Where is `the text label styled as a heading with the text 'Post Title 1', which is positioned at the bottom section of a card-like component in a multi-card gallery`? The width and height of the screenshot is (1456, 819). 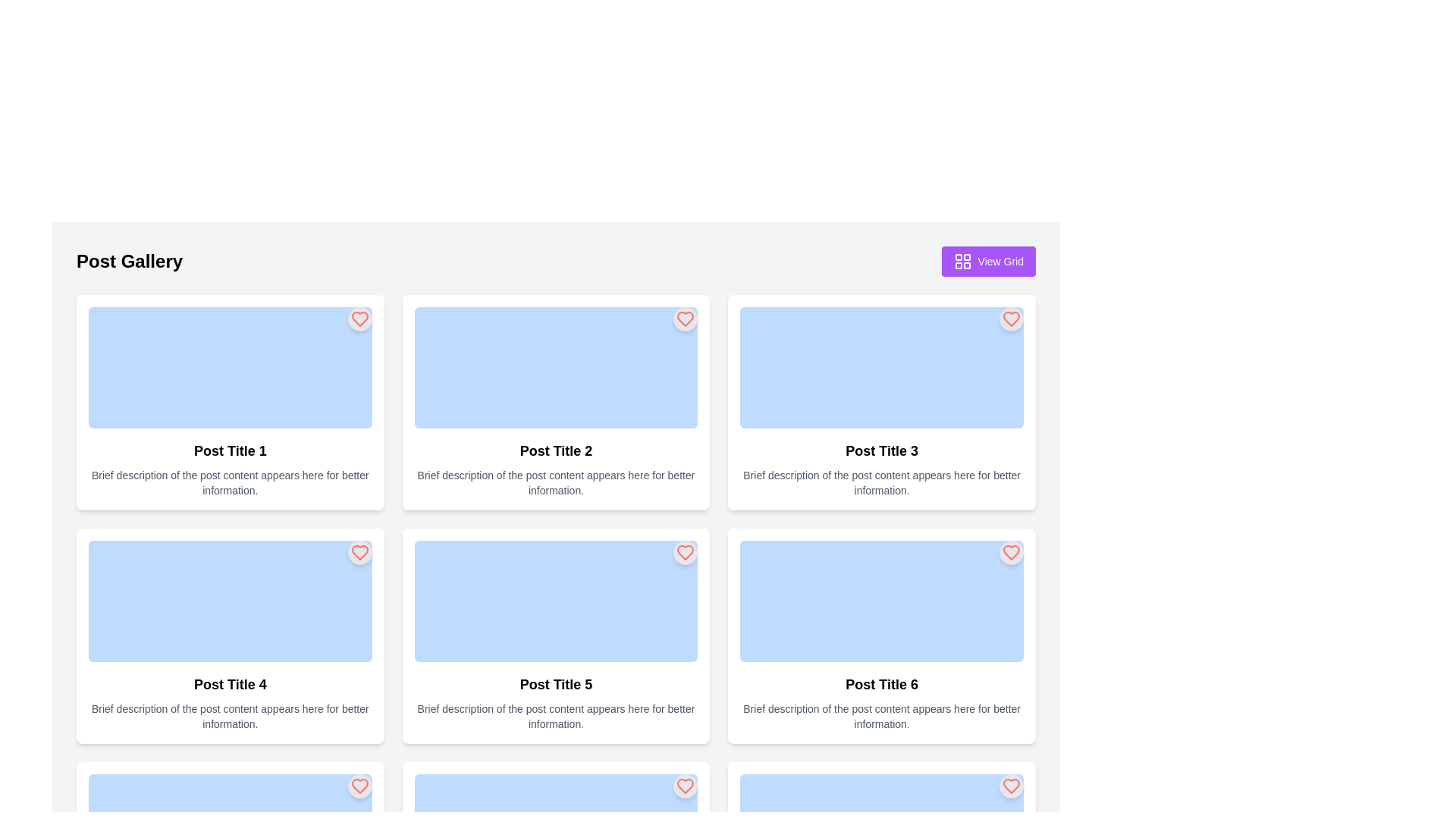
the text label styled as a heading with the text 'Post Title 1', which is positioned at the bottom section of a card-like component in a multi-card gallery is located at coordinates (229, 450).